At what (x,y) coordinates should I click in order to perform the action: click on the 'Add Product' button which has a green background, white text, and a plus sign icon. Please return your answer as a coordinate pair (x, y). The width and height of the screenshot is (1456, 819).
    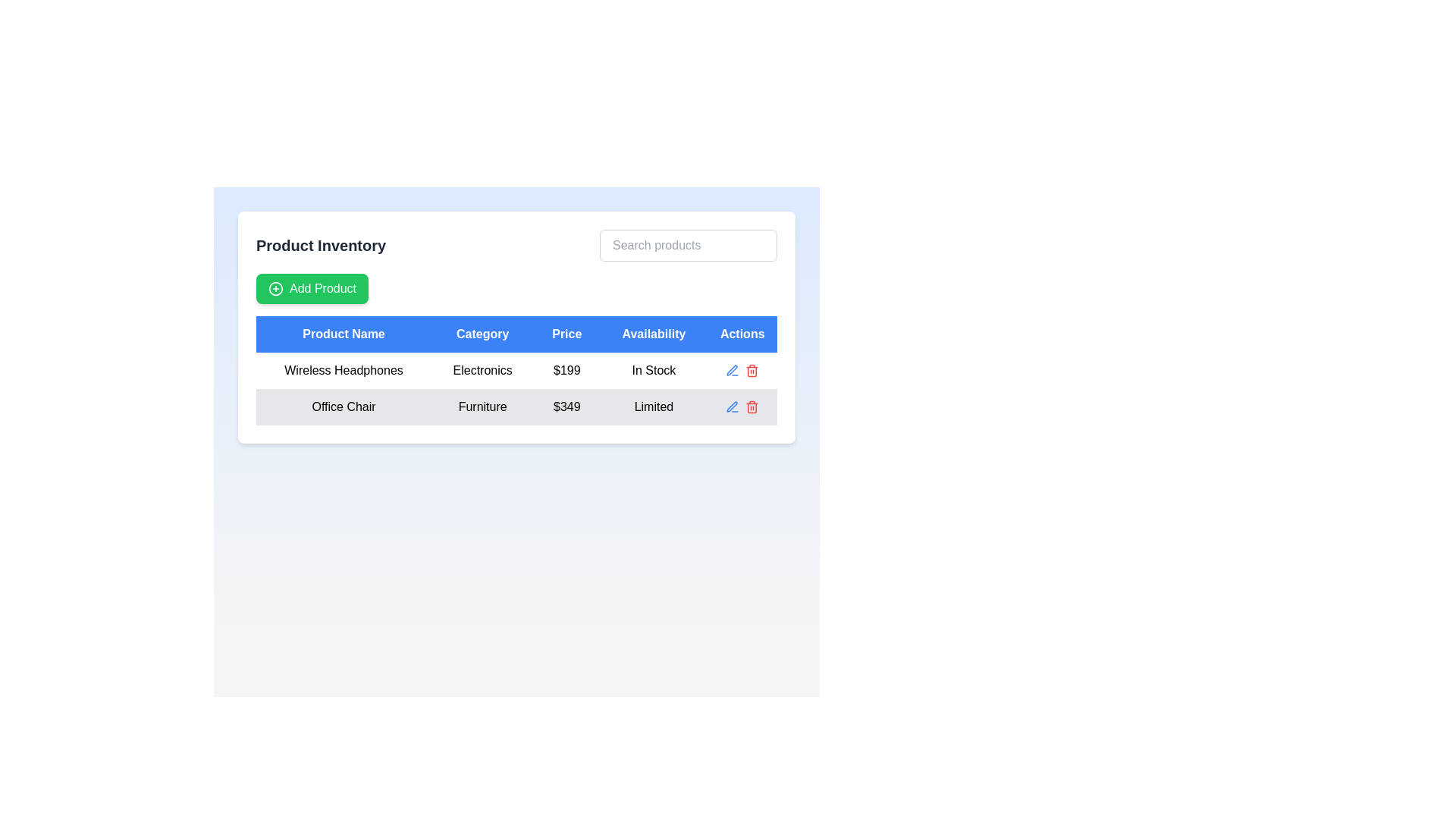
    Looking at the image, I should click on (312, 289).